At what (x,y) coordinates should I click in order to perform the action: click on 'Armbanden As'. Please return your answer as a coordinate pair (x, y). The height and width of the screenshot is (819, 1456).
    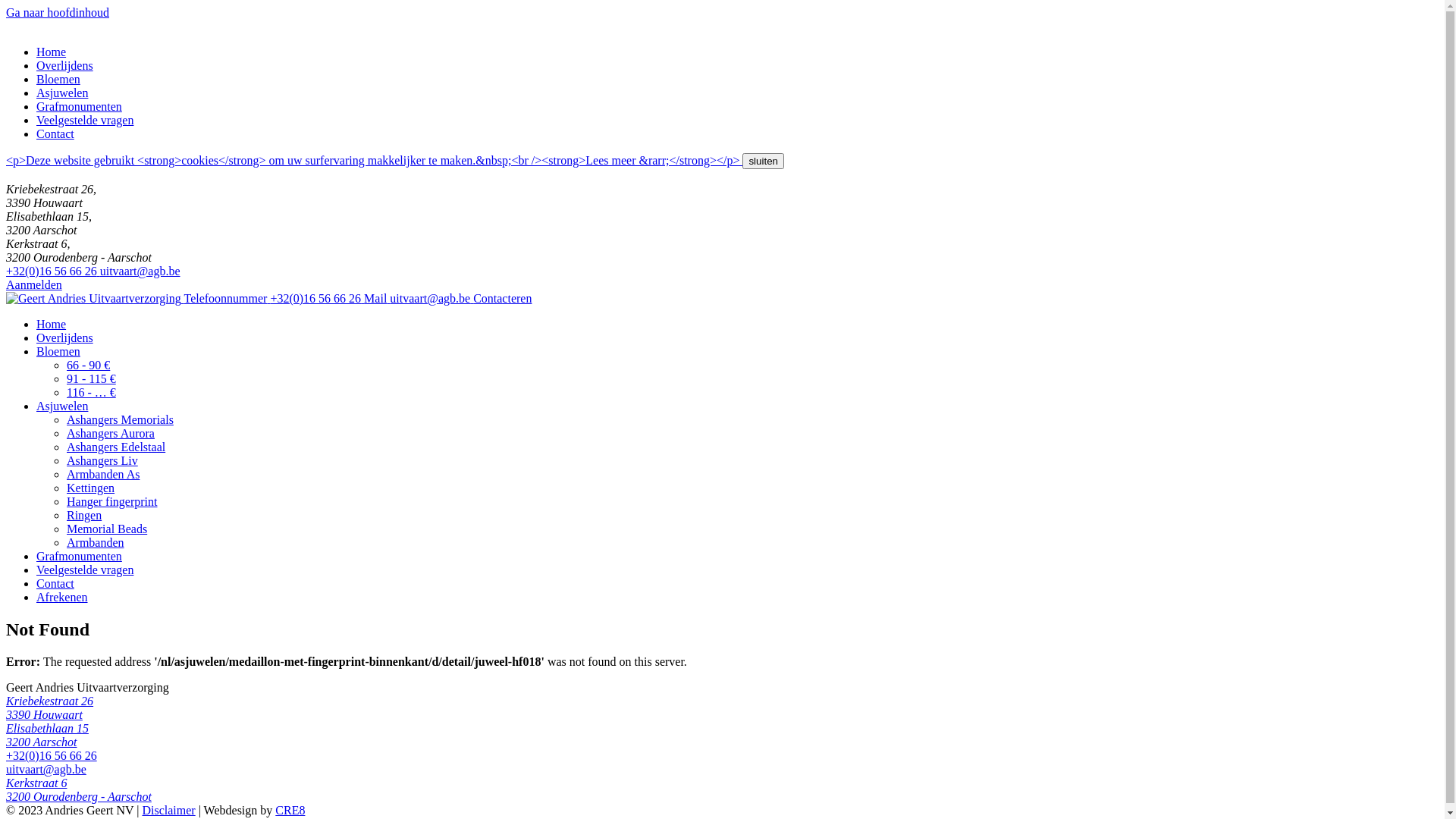
    Looking at the image, I should click on (102, 473).